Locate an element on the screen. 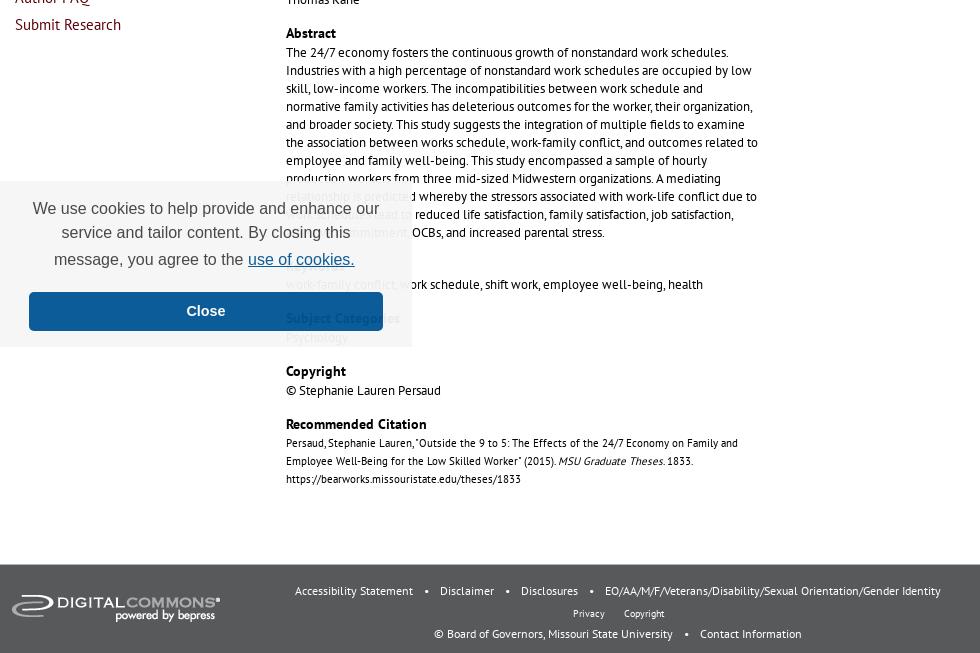 This screenshot has width=980, height=653. 'work-family conflict, work schedule, shift work, employee well-being, health' is located at coordinates (494, 284).